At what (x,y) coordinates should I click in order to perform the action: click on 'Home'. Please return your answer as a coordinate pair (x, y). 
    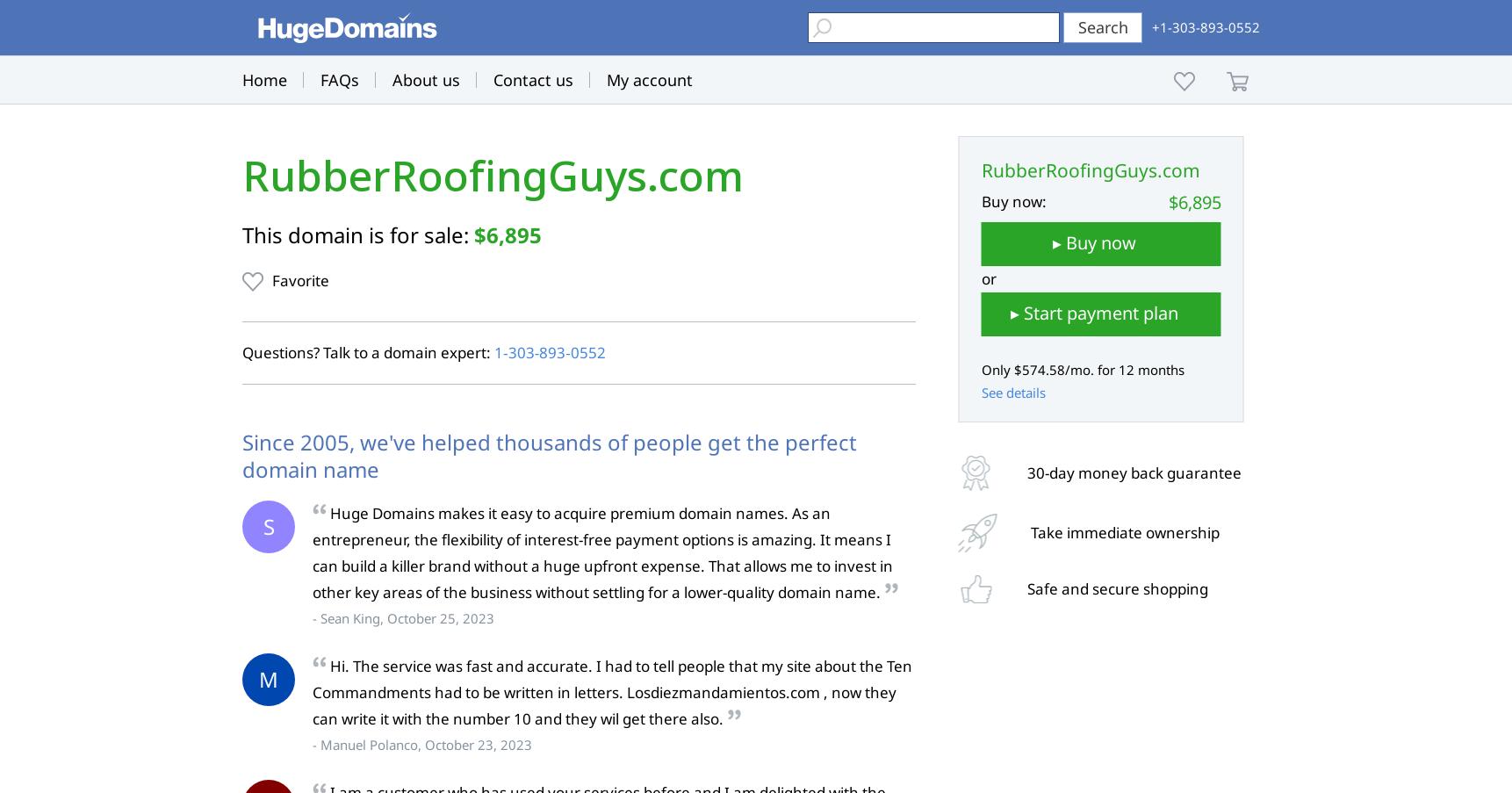
    Looking at the image, I should click on (264, 80).